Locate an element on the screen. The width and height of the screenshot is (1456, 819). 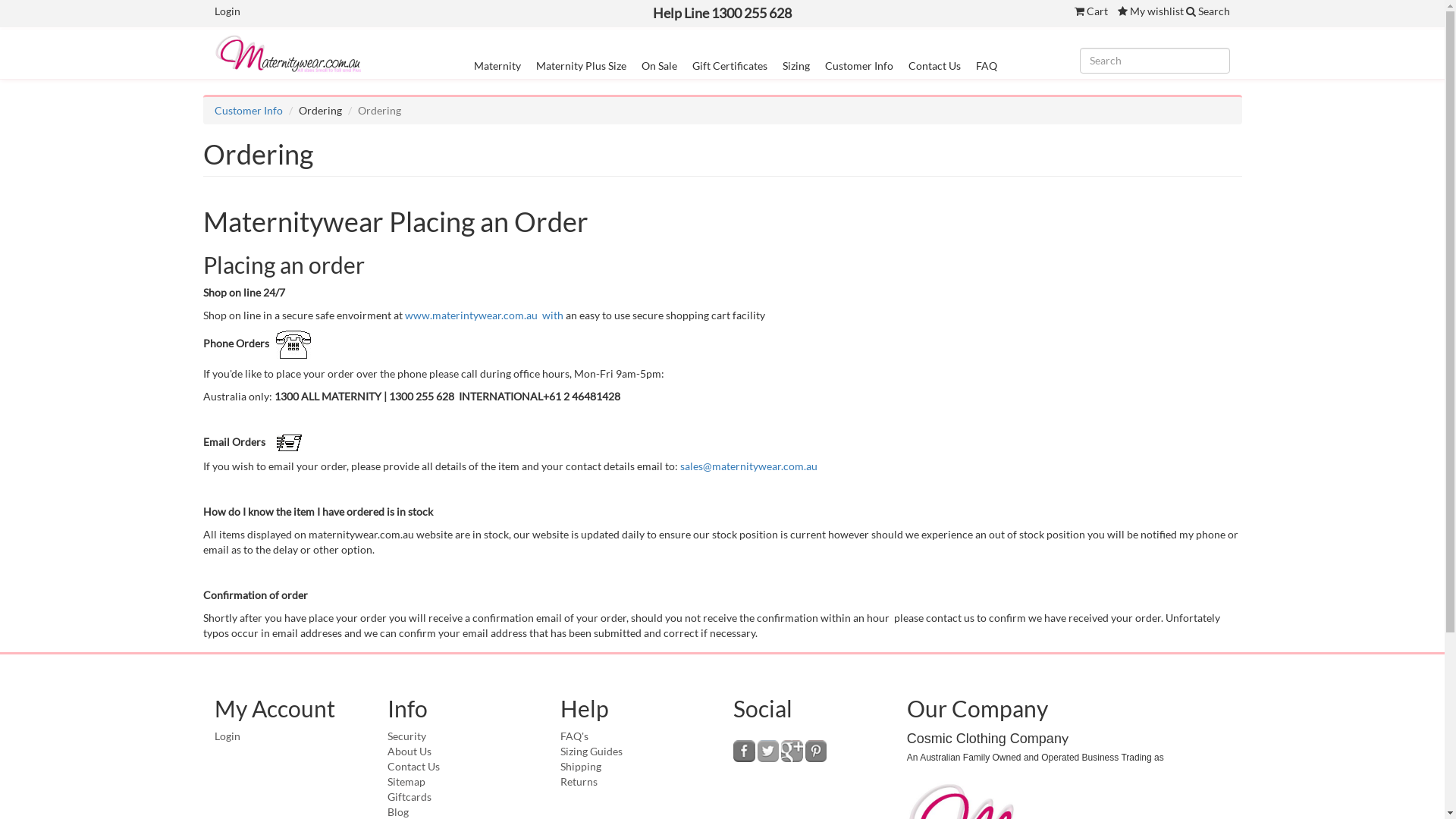
'Facebook' is located at coordinates (744, 751).